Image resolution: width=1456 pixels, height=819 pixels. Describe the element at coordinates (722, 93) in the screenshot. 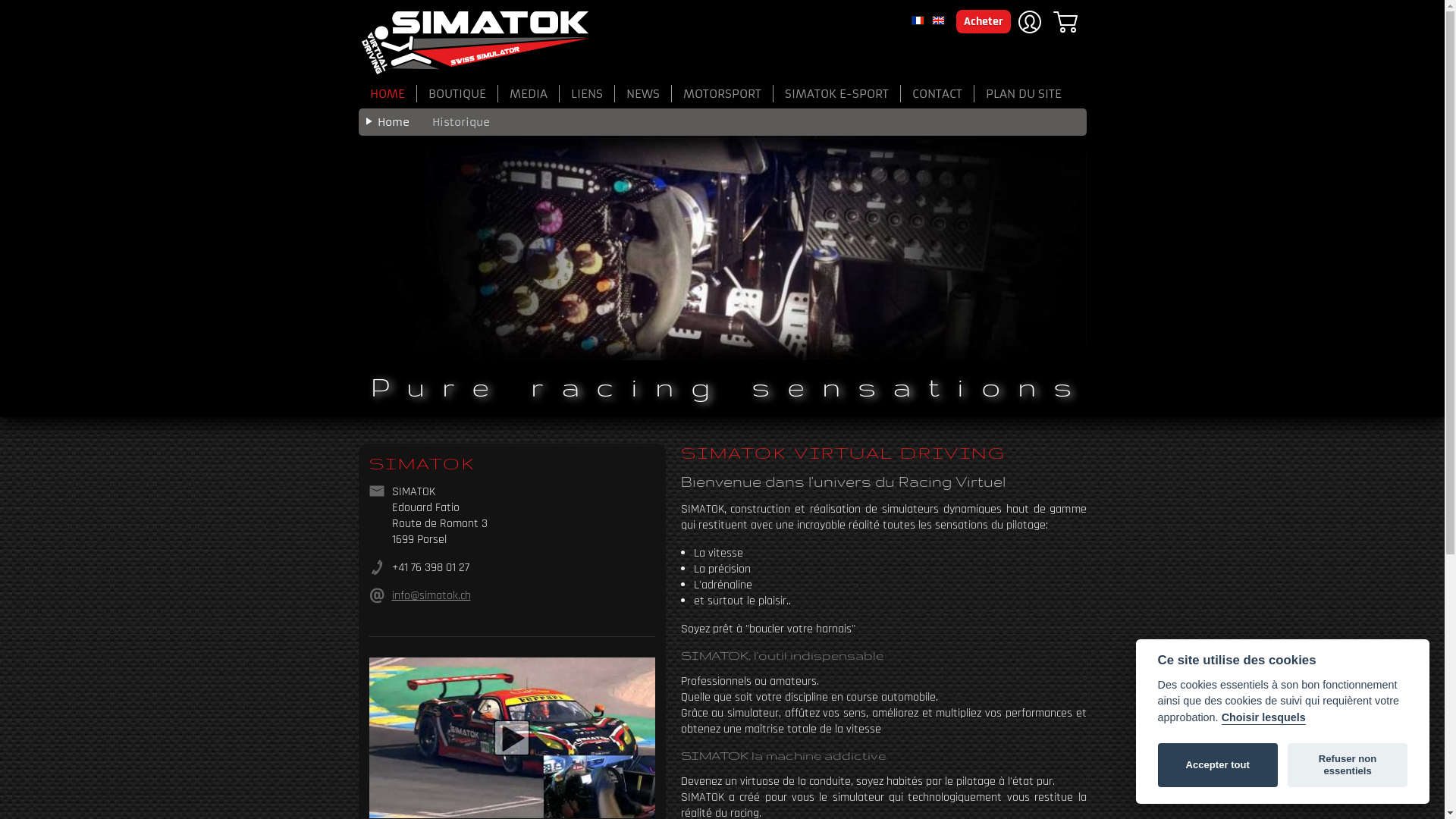

I see `'MOTORSPORT'` at that location.